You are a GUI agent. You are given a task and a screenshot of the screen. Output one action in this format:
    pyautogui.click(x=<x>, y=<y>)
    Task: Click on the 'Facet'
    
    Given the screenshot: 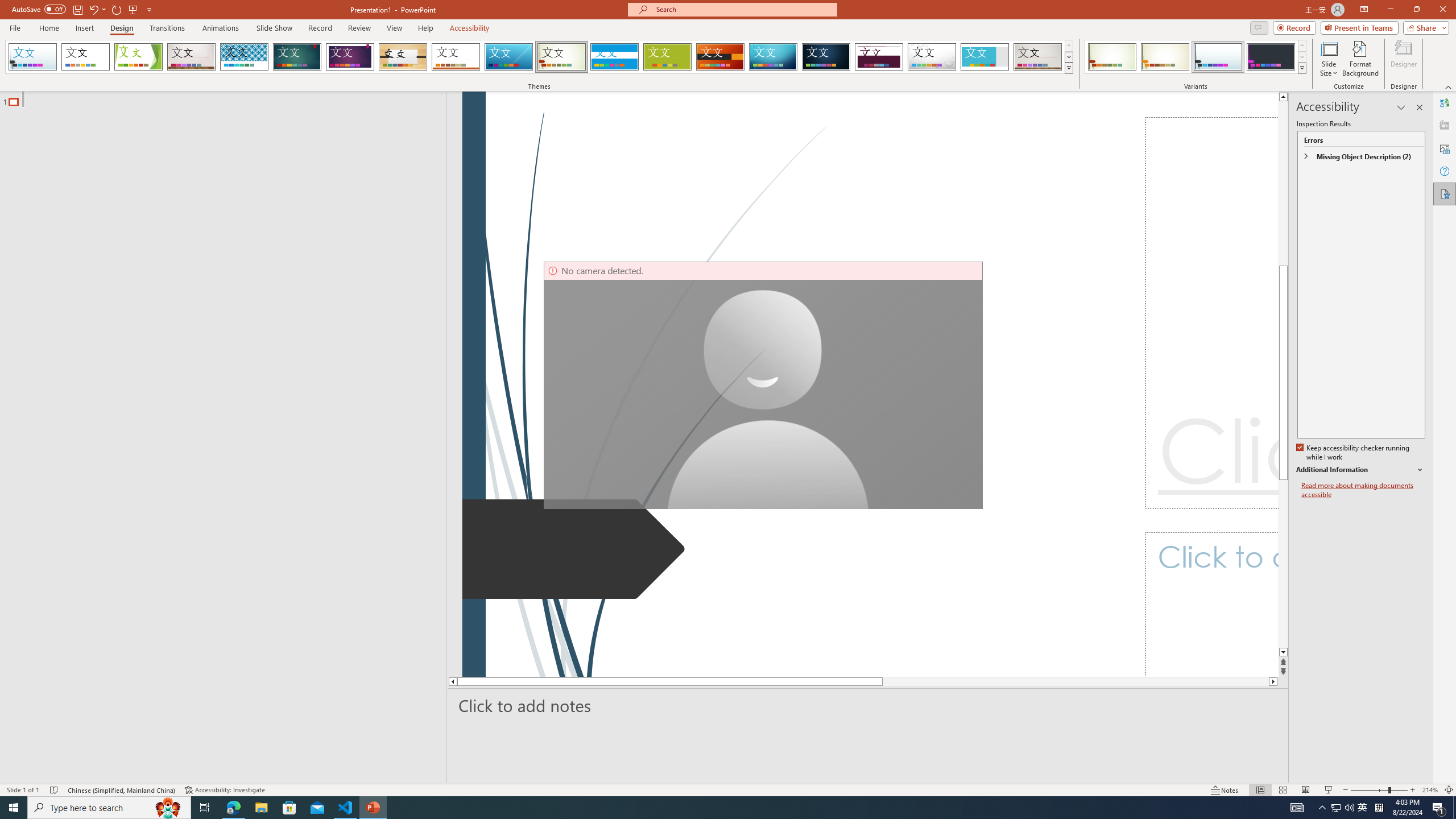 What is the action you would take?
    pyautogui.click(x=138, y=56)
    